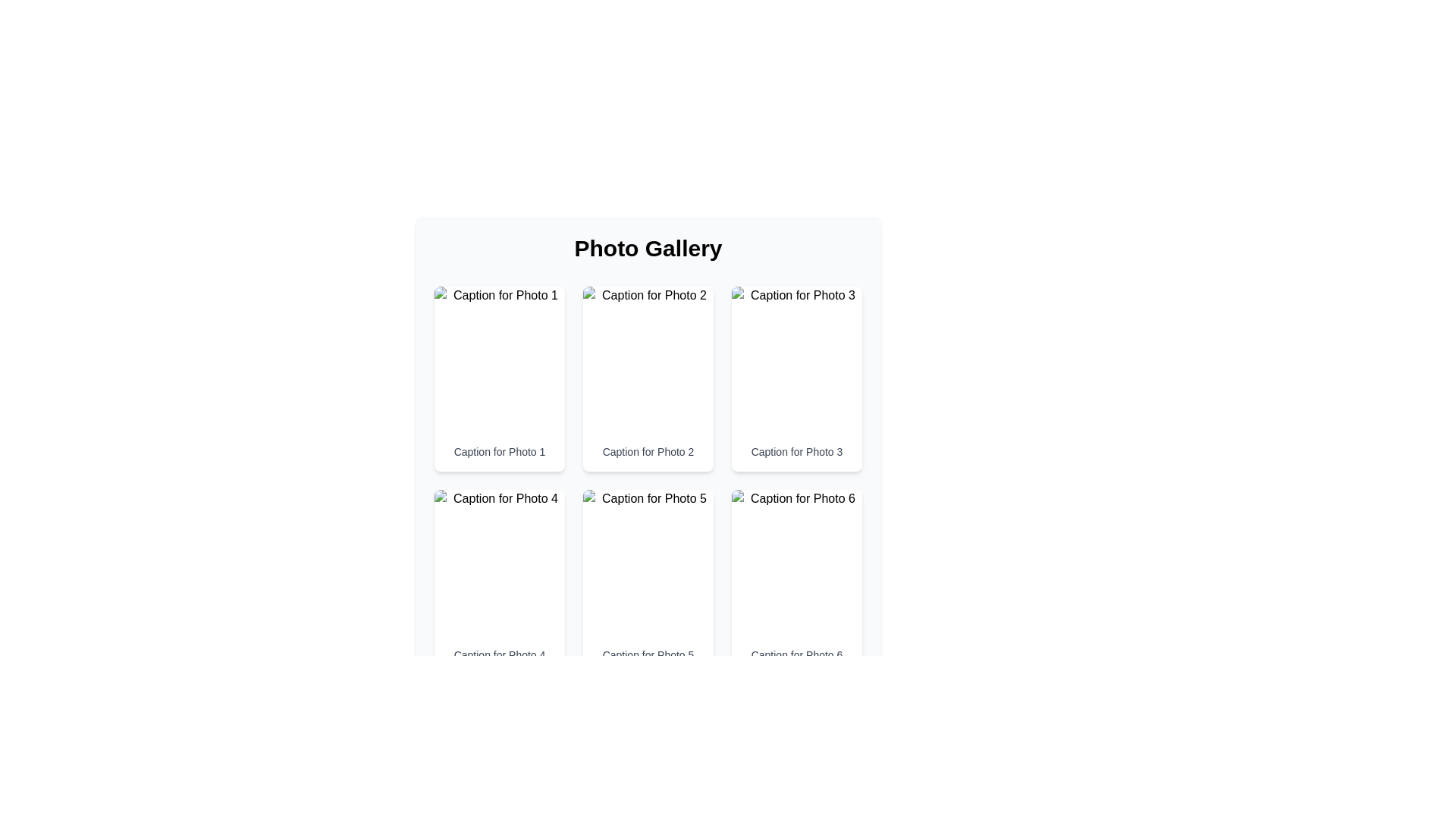  I want to click on the image in the card displaying 'Caption for Photo 4', so click(499, 581).